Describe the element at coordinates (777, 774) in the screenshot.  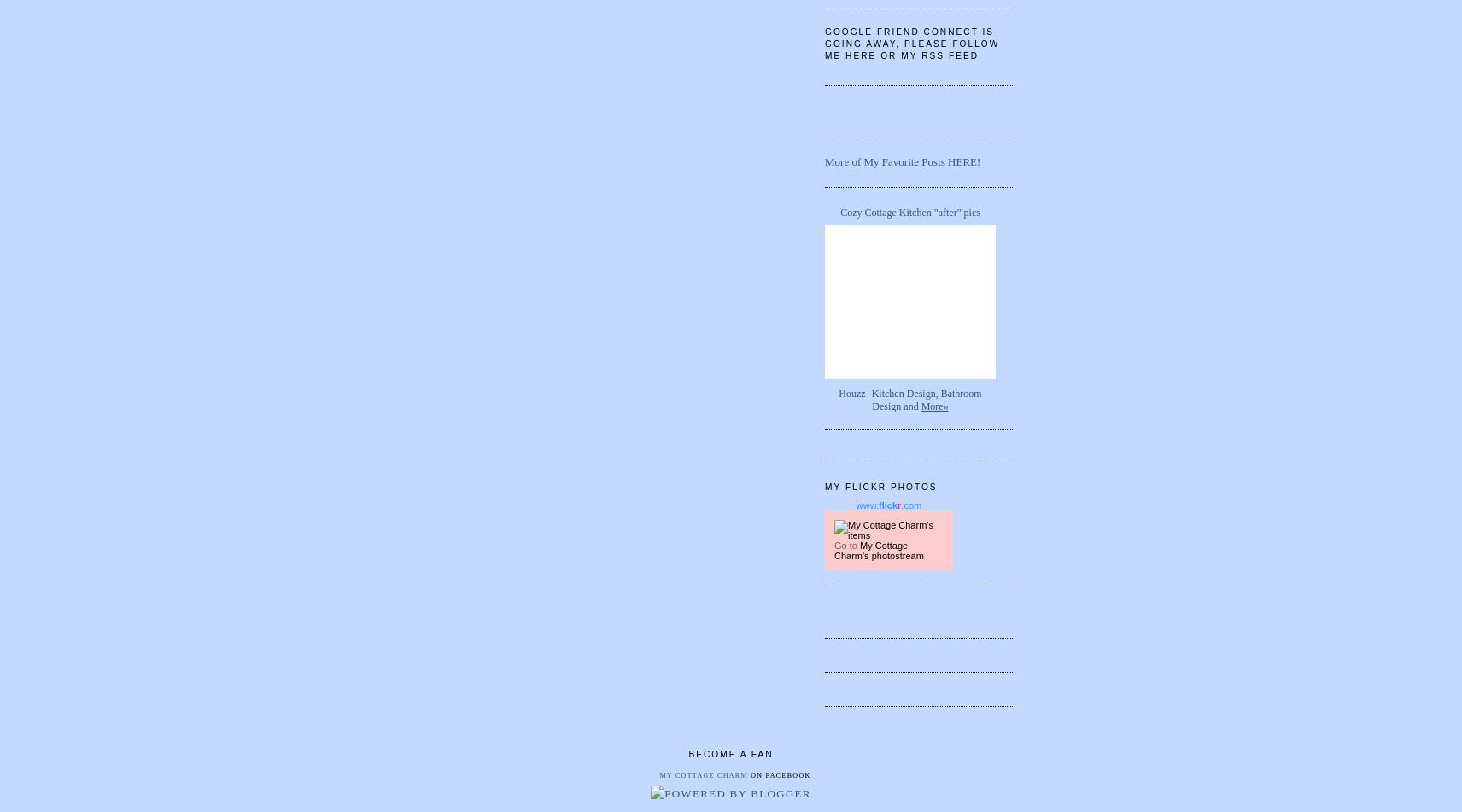
I see `'on Facebook'` at that location.